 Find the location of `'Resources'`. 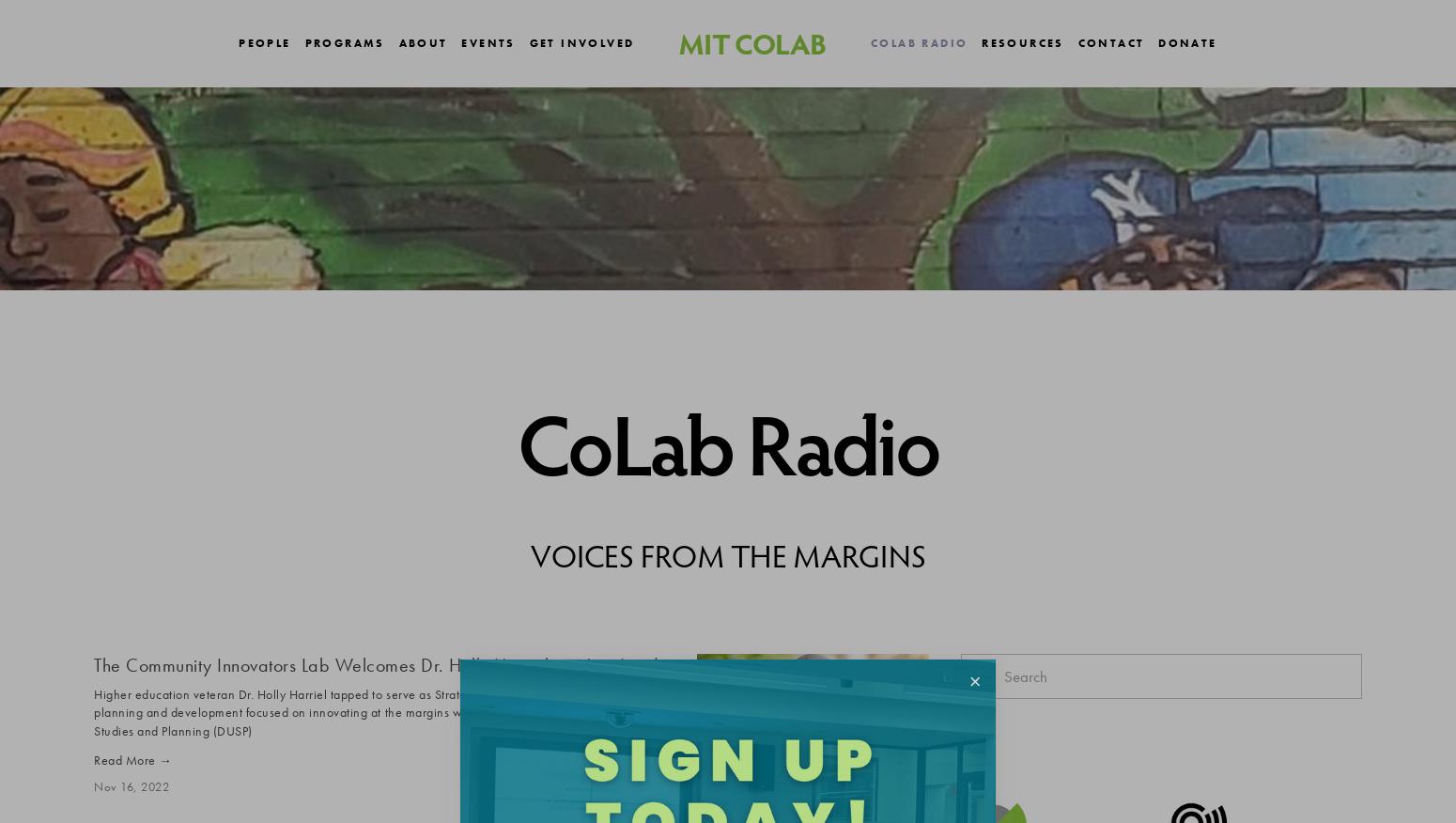

'Resources' is located at coordinates (982, 41).